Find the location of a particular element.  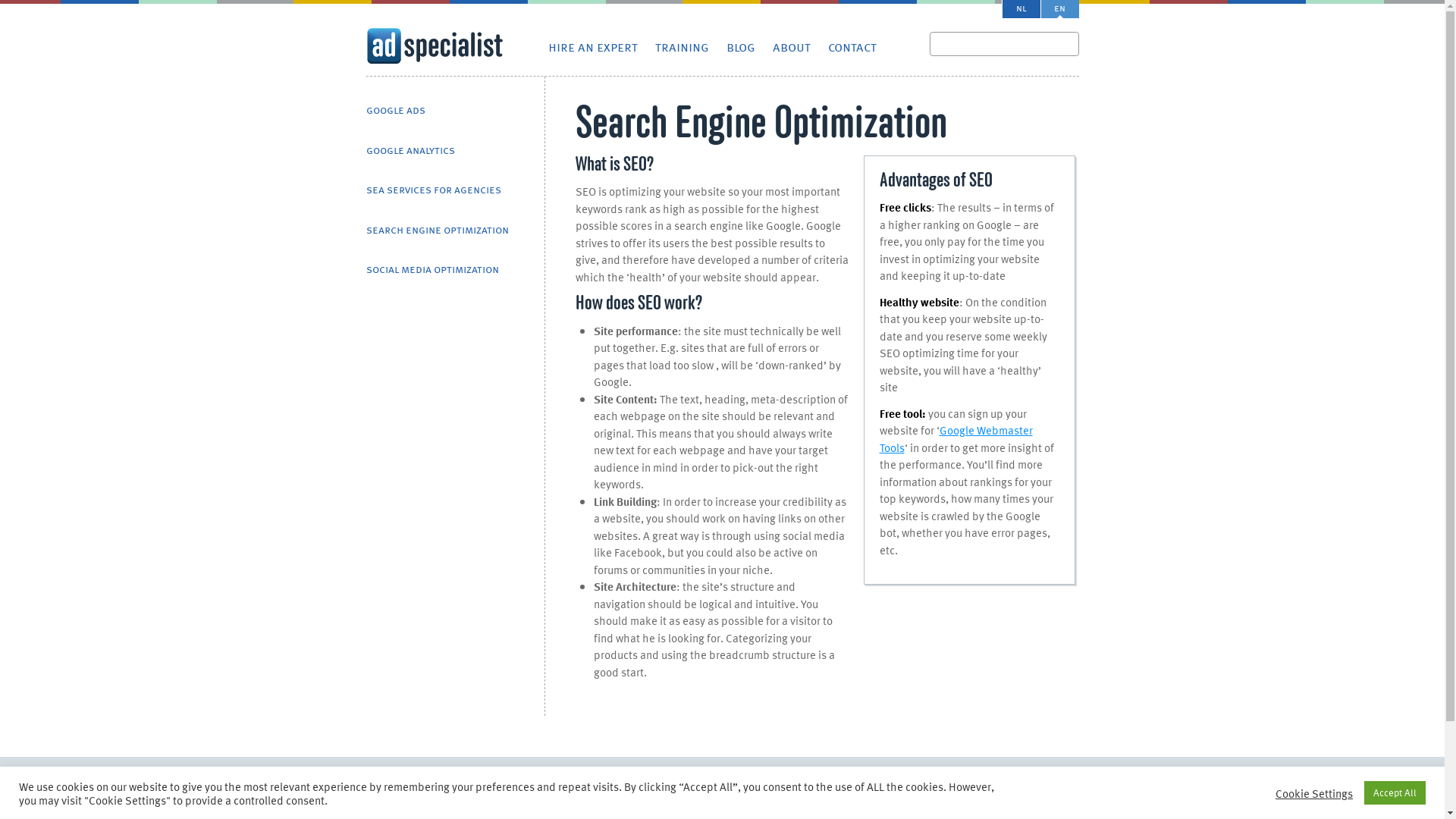

'sea services for agencies' is located at coordinates (432, 190).